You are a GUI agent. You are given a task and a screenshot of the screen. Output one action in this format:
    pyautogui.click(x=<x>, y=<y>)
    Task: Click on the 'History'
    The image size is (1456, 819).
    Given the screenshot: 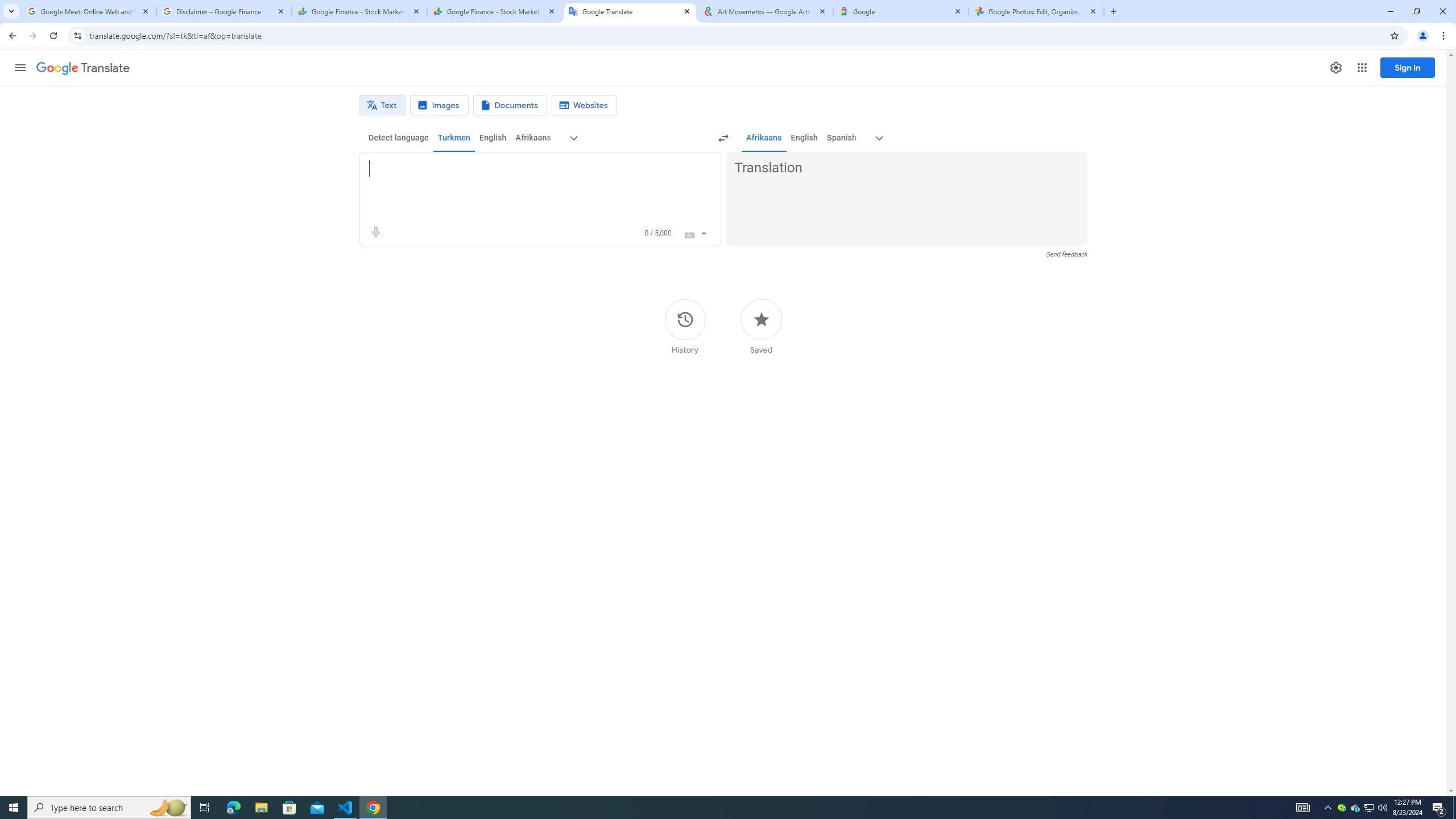 What is the action you would take?
    pyautogui.click(x=684, y=326)
    